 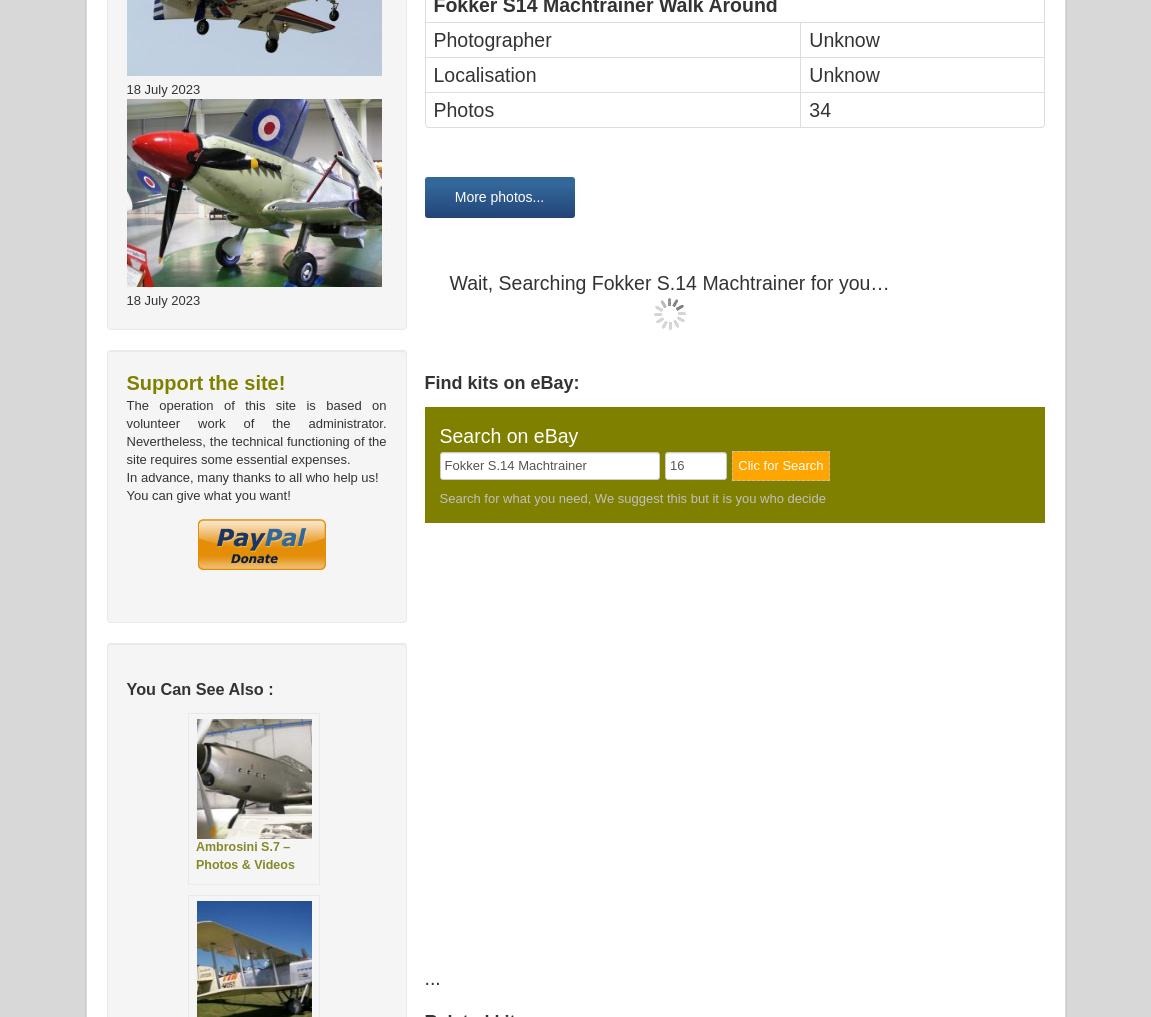 I want to click on 'Ambrosini S.7 – Photos & Videos', so click(x=196, y=855).